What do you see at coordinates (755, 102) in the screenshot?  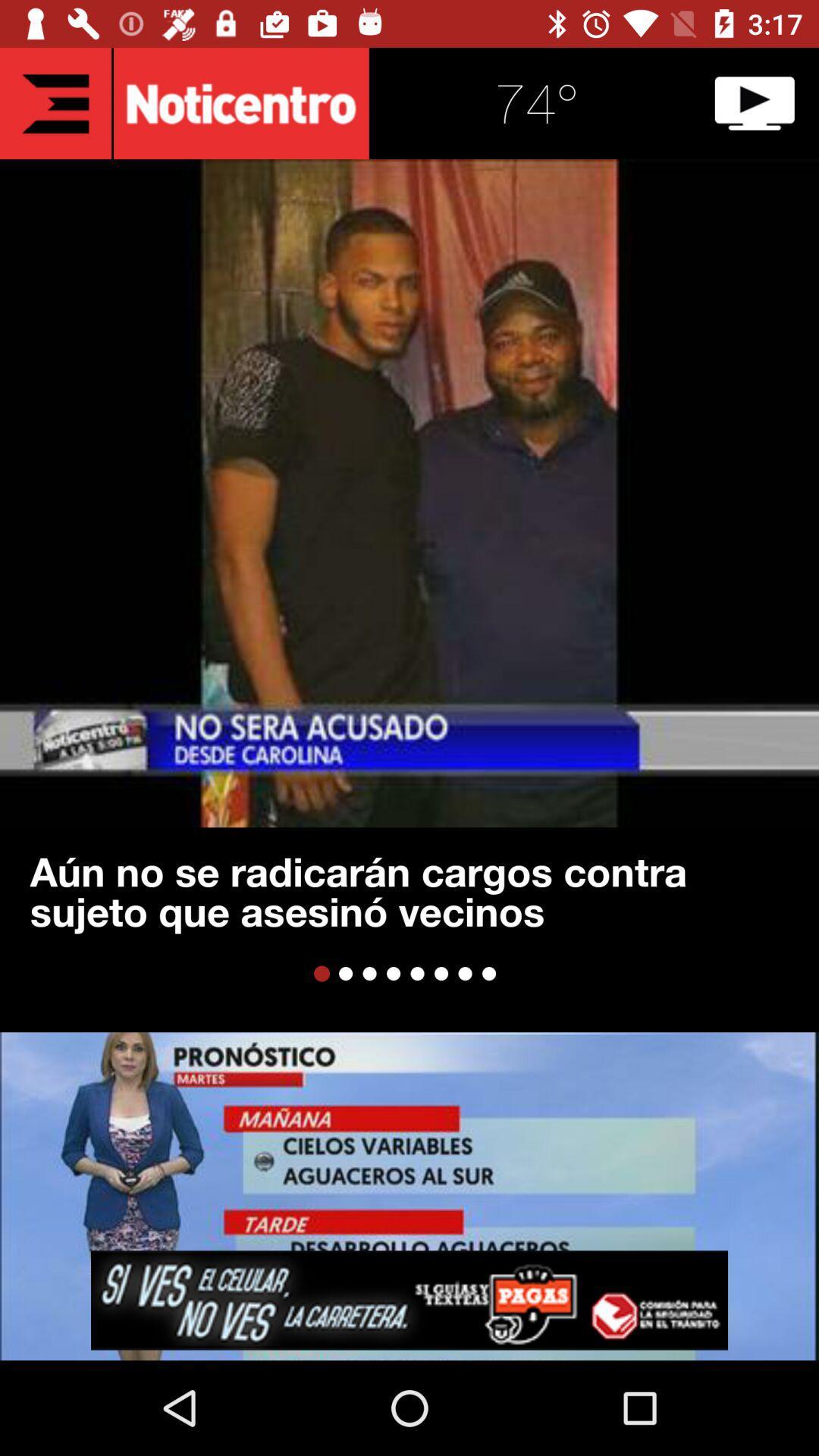 I see `the play icon` at bounding box center [755, 102].